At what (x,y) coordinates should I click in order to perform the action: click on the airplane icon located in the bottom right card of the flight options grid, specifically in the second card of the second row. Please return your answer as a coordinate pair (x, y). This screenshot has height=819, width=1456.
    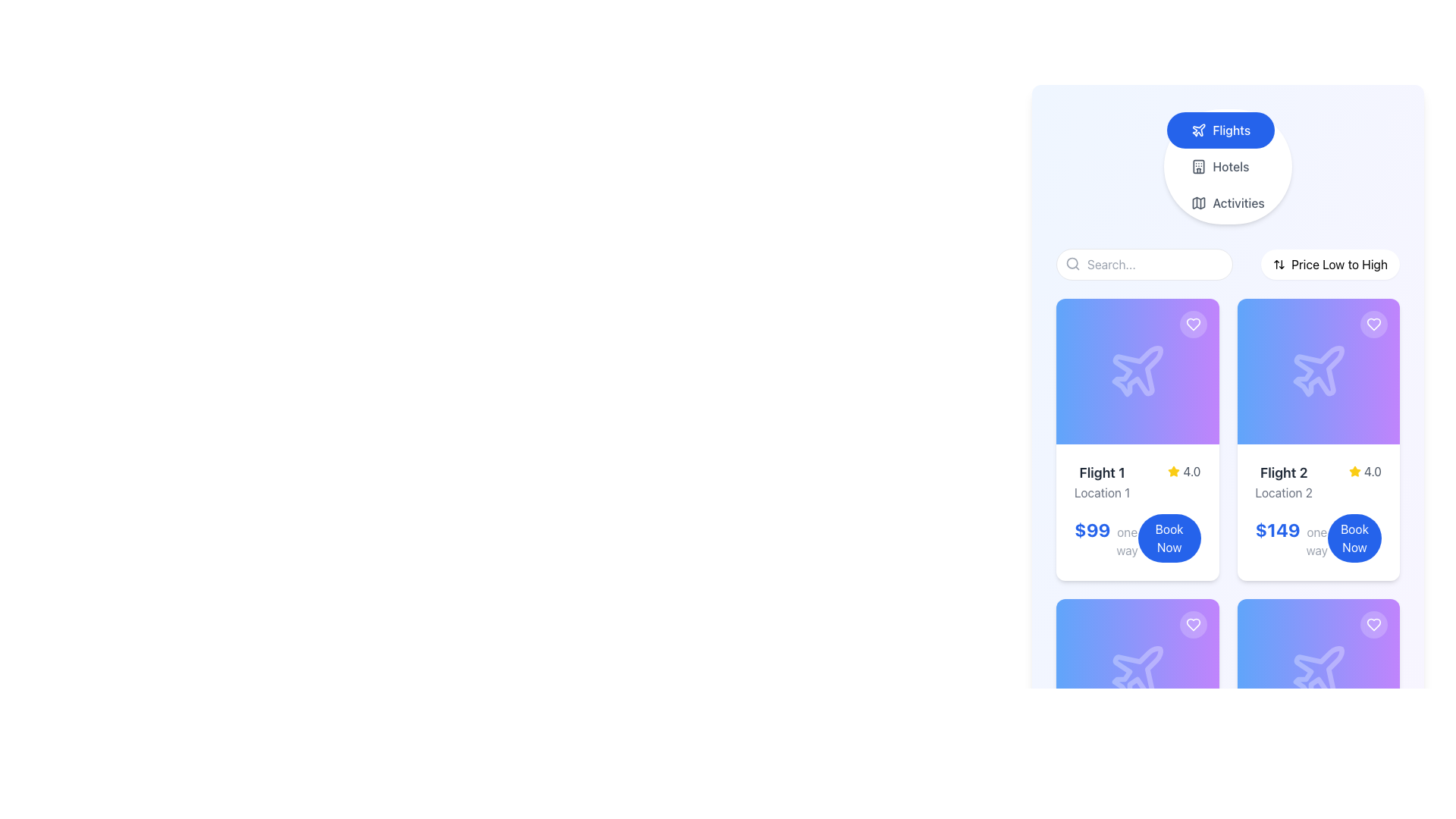
    Looking at the image, I should click on (1318, 670).